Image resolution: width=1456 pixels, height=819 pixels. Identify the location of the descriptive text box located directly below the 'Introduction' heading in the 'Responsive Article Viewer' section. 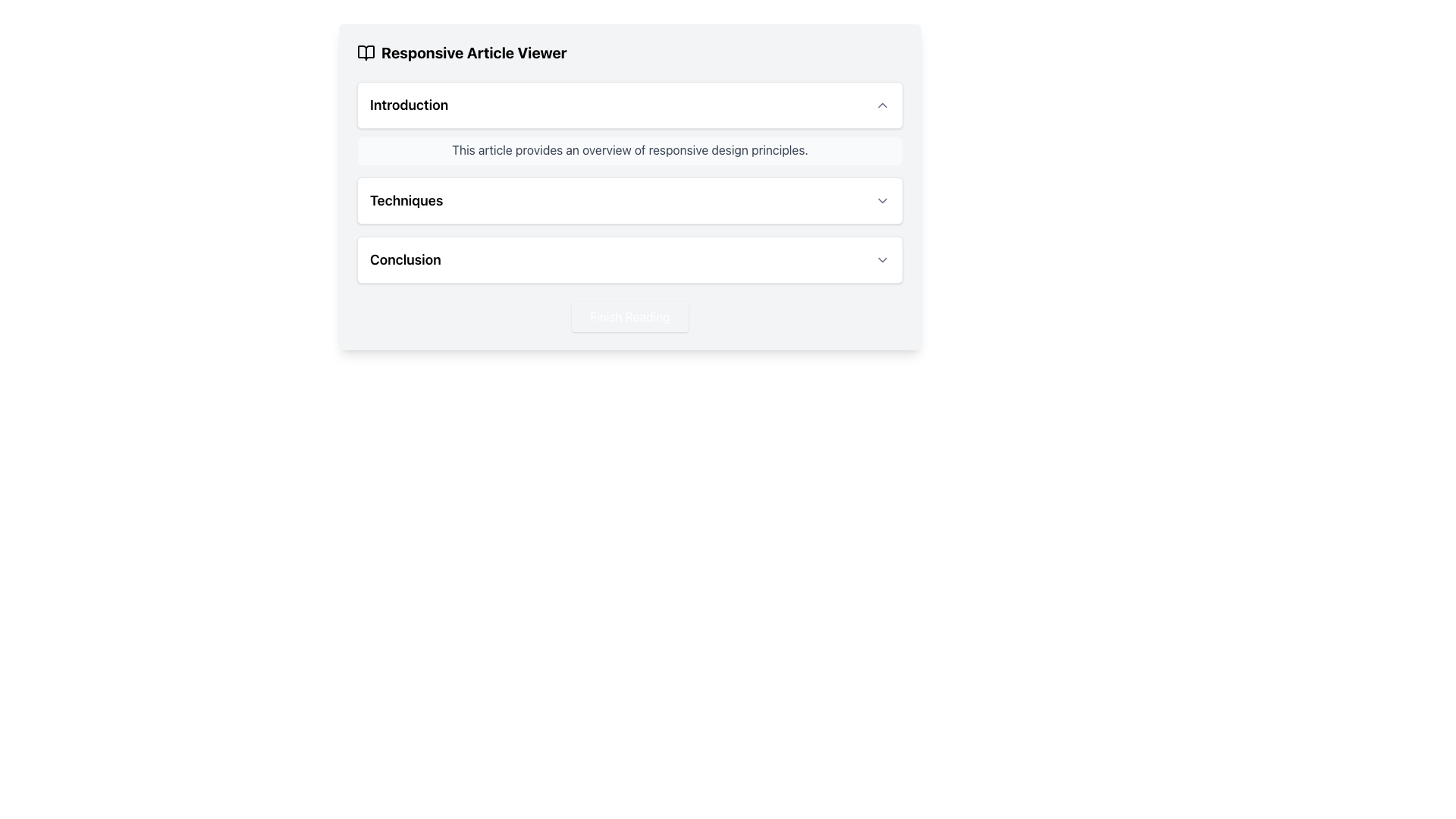
(629, 149).